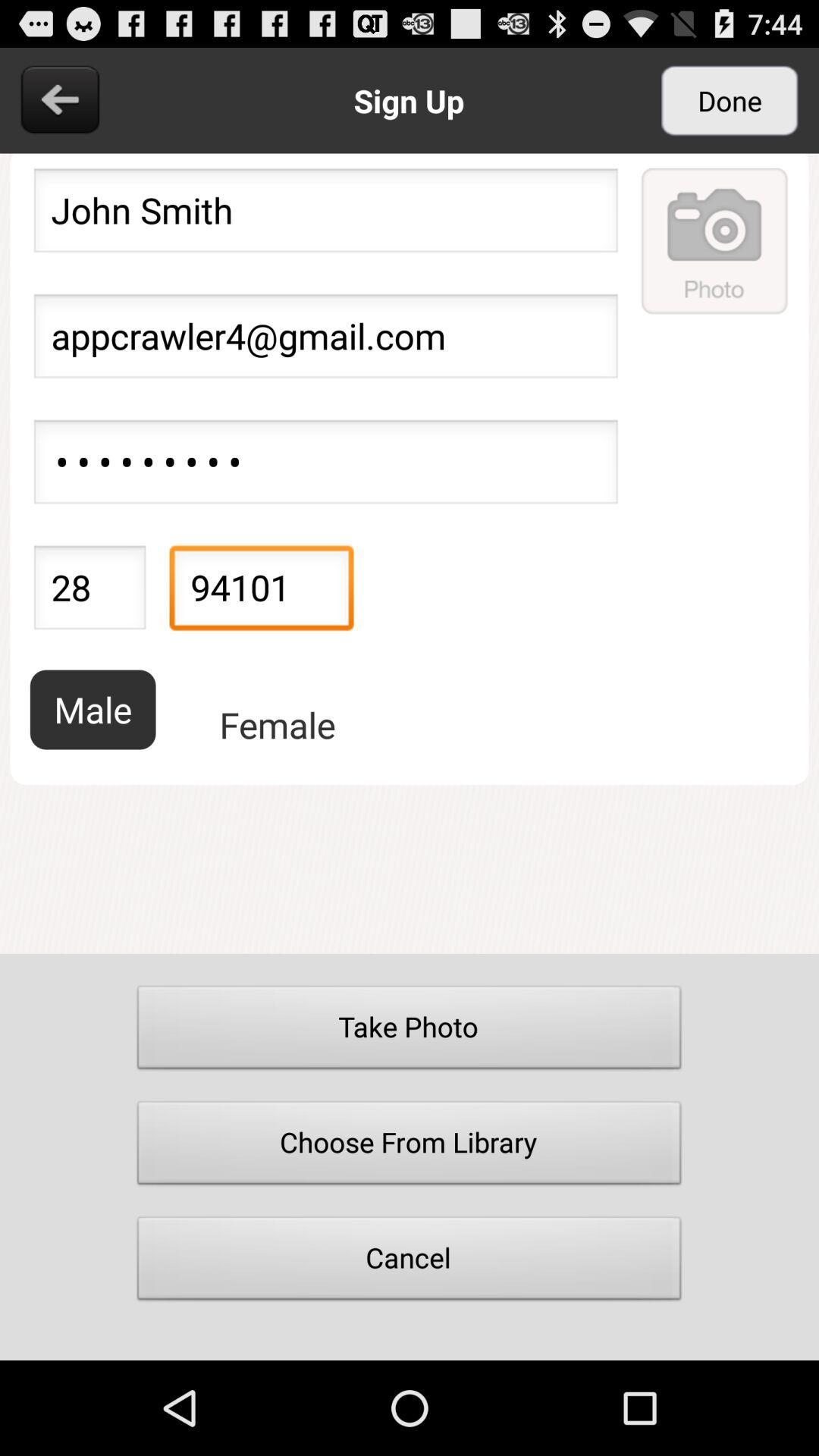  I want to click on a photo, so click(715, 240).